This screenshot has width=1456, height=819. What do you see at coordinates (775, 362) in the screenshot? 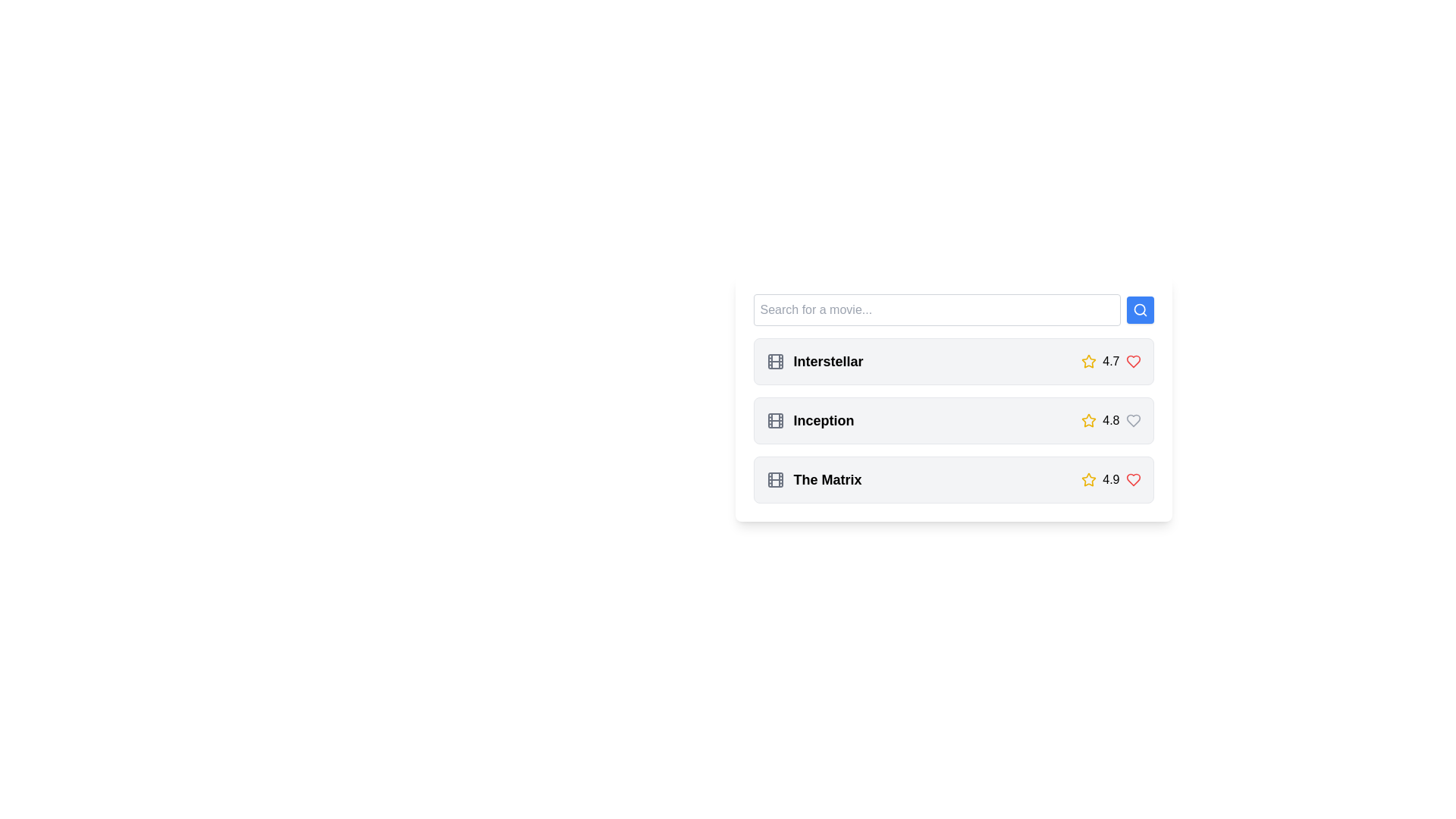
I see `the small rectangle with rounded corners that resembles the body of a filmstrip icon located next to the text 'Interstellar'` at bounding box center [775, 362].